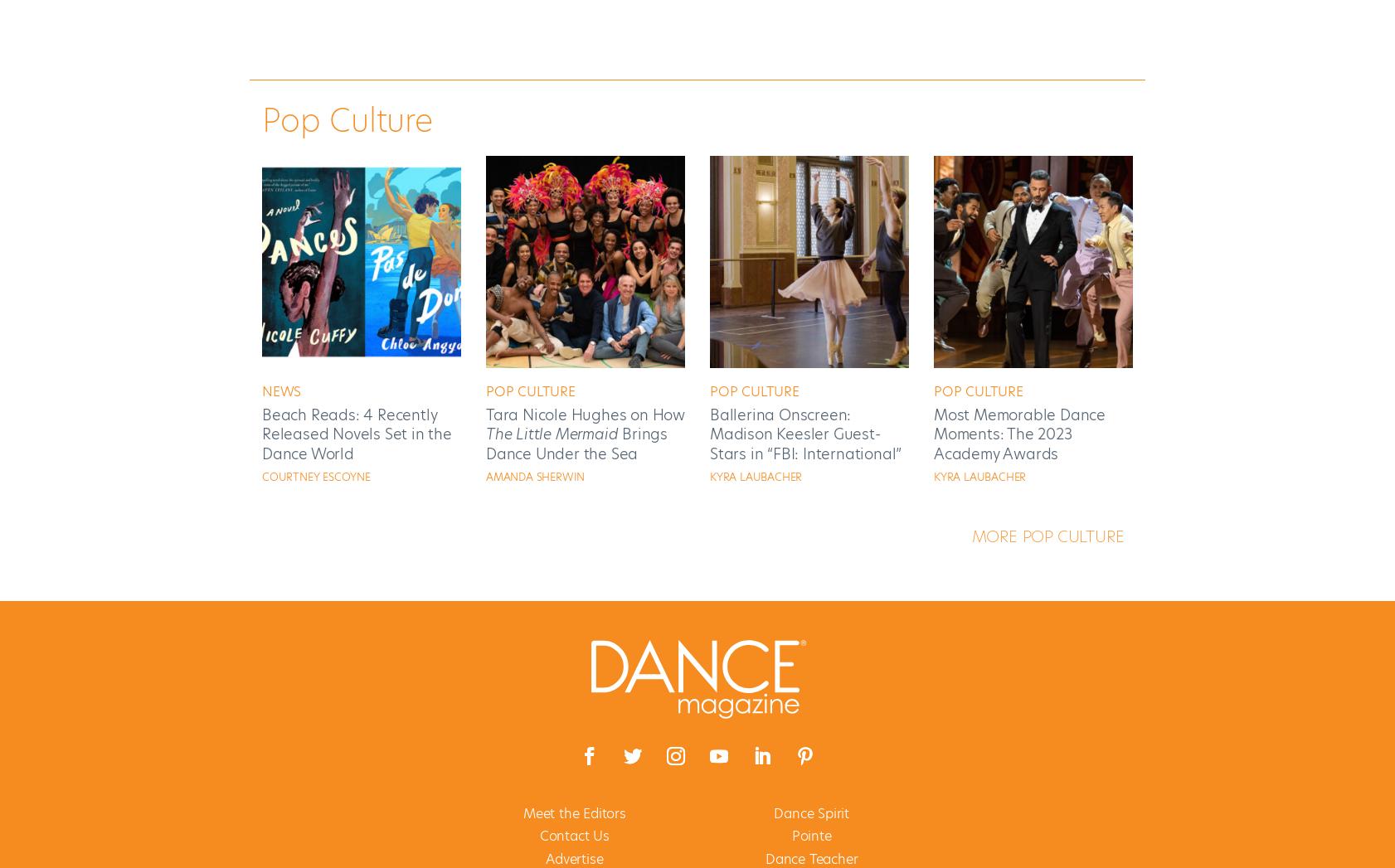  Describe the element at coordinates (804, 433) in the screenshot. I see `'Ballerina Onscreen: Madison Keesler Guest-Stars in “FBI: International”'` at that location.